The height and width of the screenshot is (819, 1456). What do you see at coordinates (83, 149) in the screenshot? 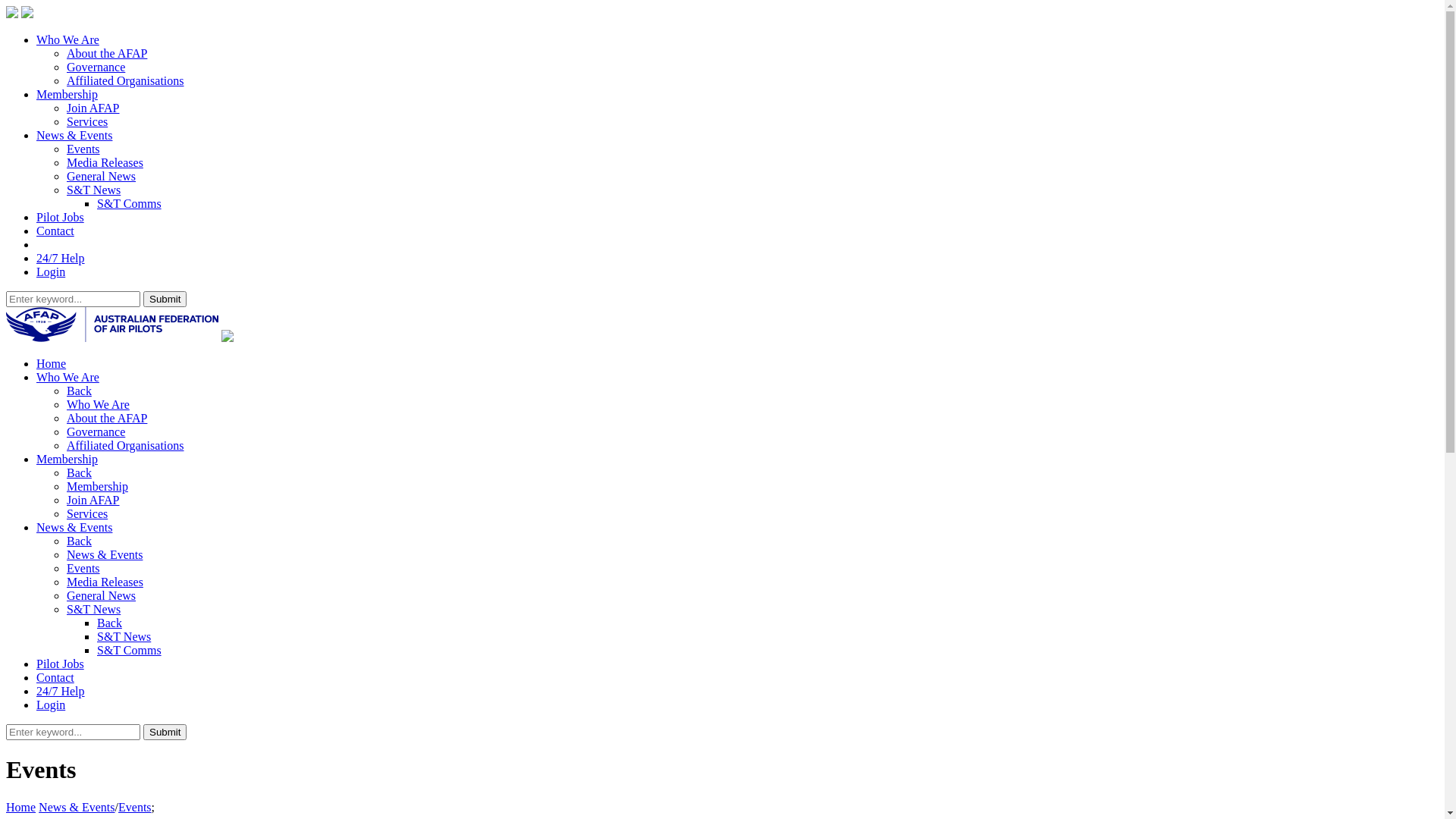
I see `'Events'` at bounding box center [83, 149].